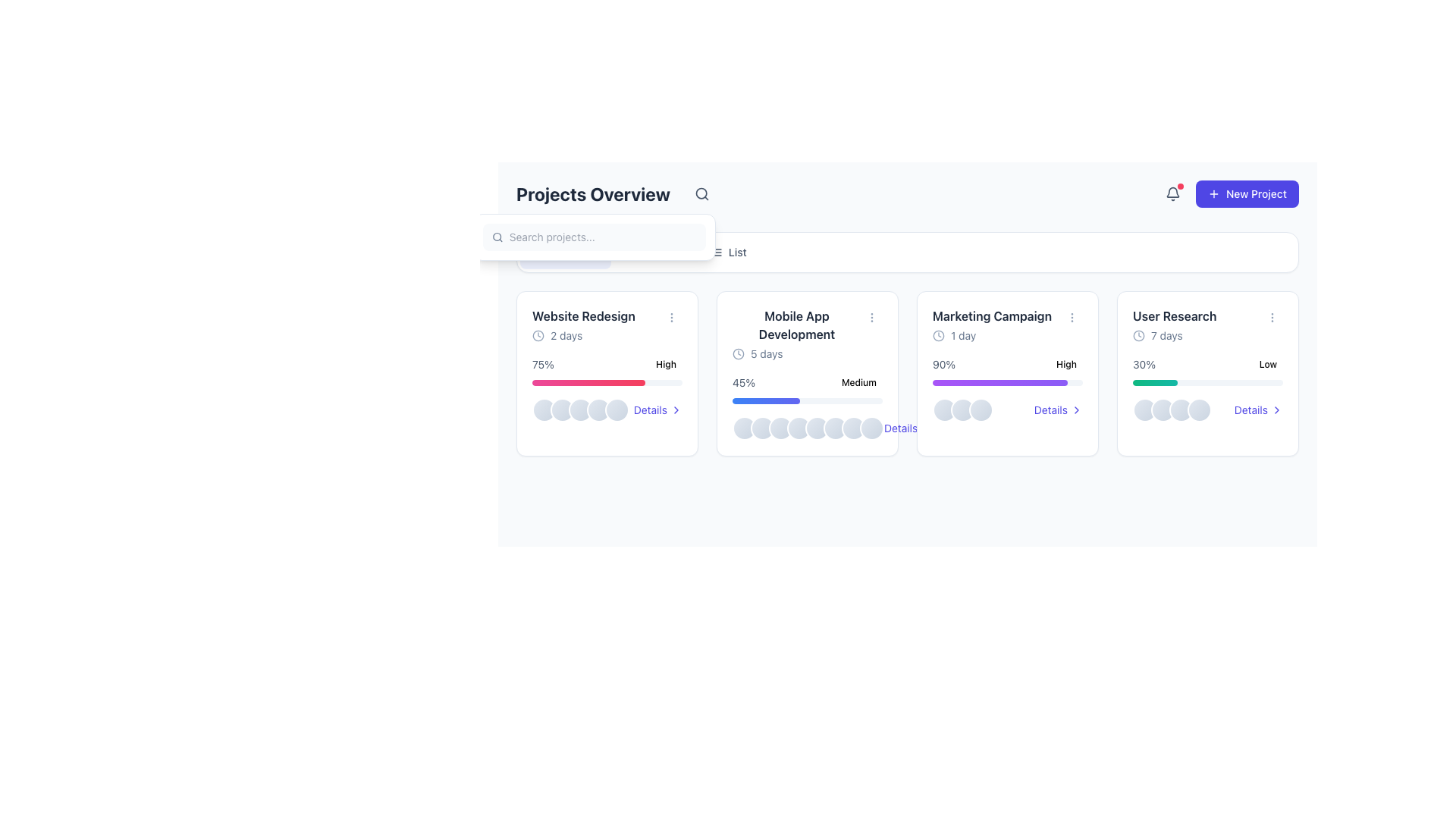  Describe the element at coordinates (538, 335) in the screenshot. I see `the visual cue of time represented by the icon located in the header section of the 'Website Redesign' card, positioned to the left of the text '2 days'` at that location.